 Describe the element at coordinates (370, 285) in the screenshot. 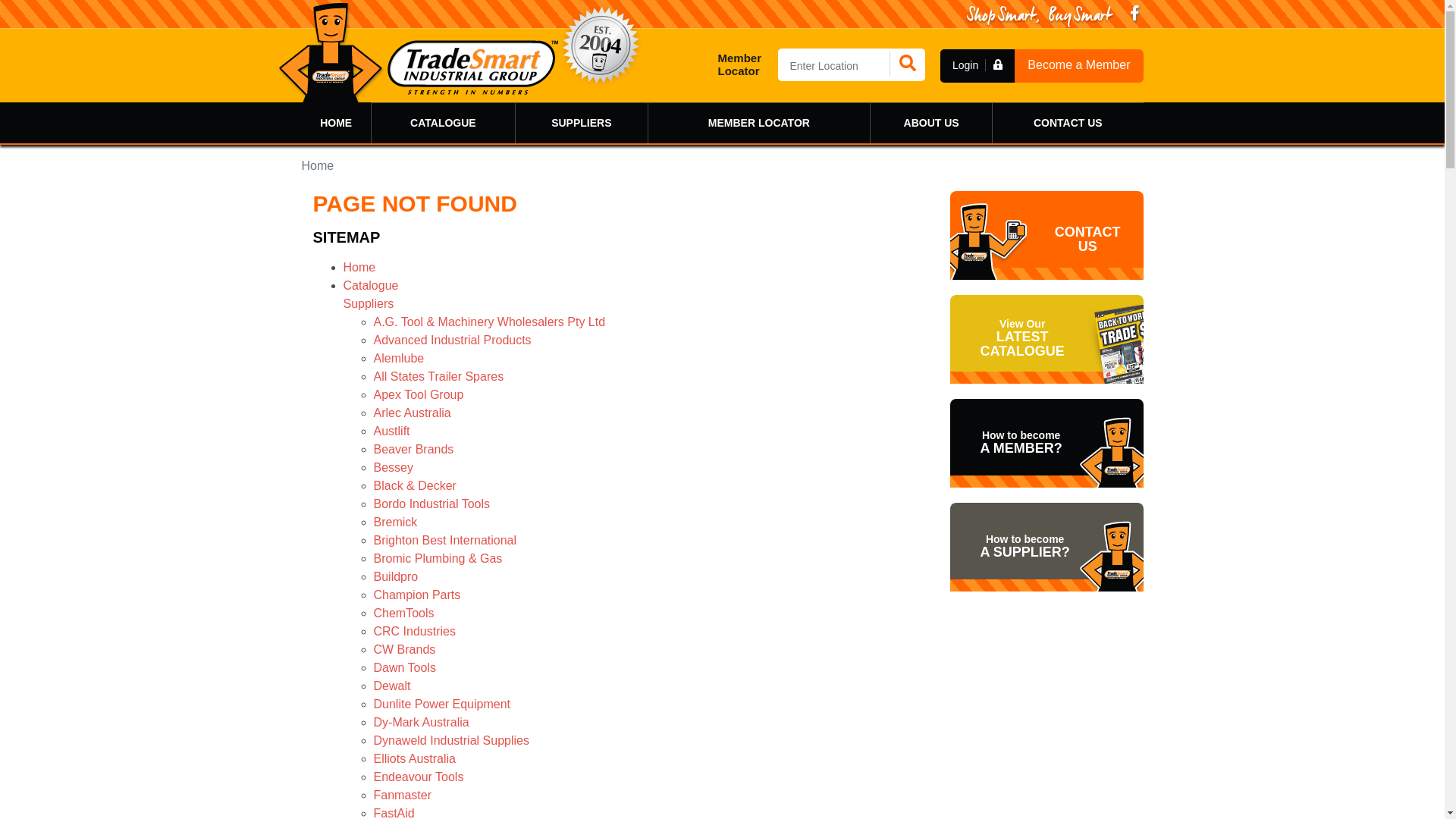

I see `'Catalogue'` at that location.